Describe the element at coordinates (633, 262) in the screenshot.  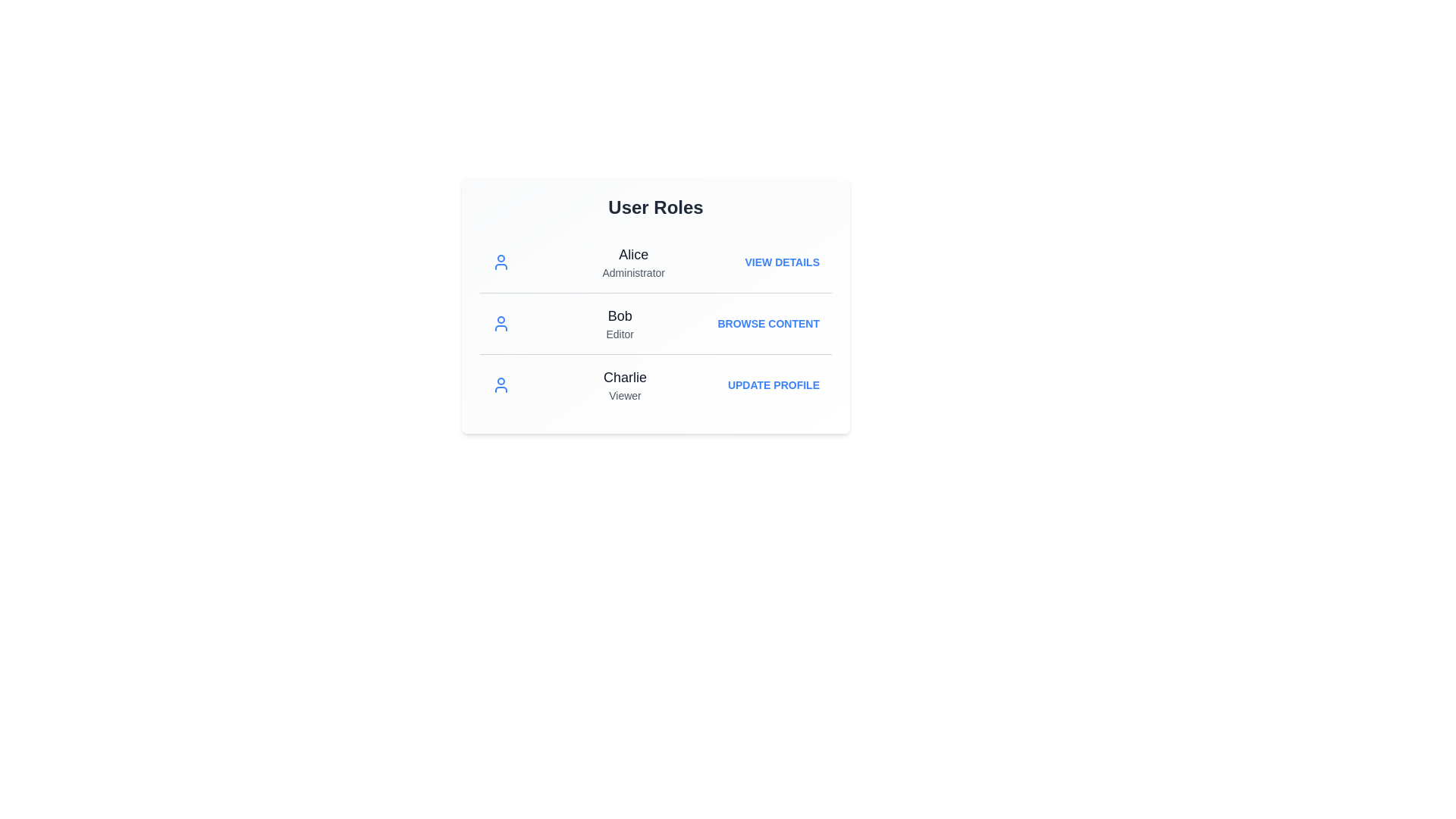
I see `the static text display element showing the user's name 'Alice' and role 'Administrator' in the user role management section` at that location.